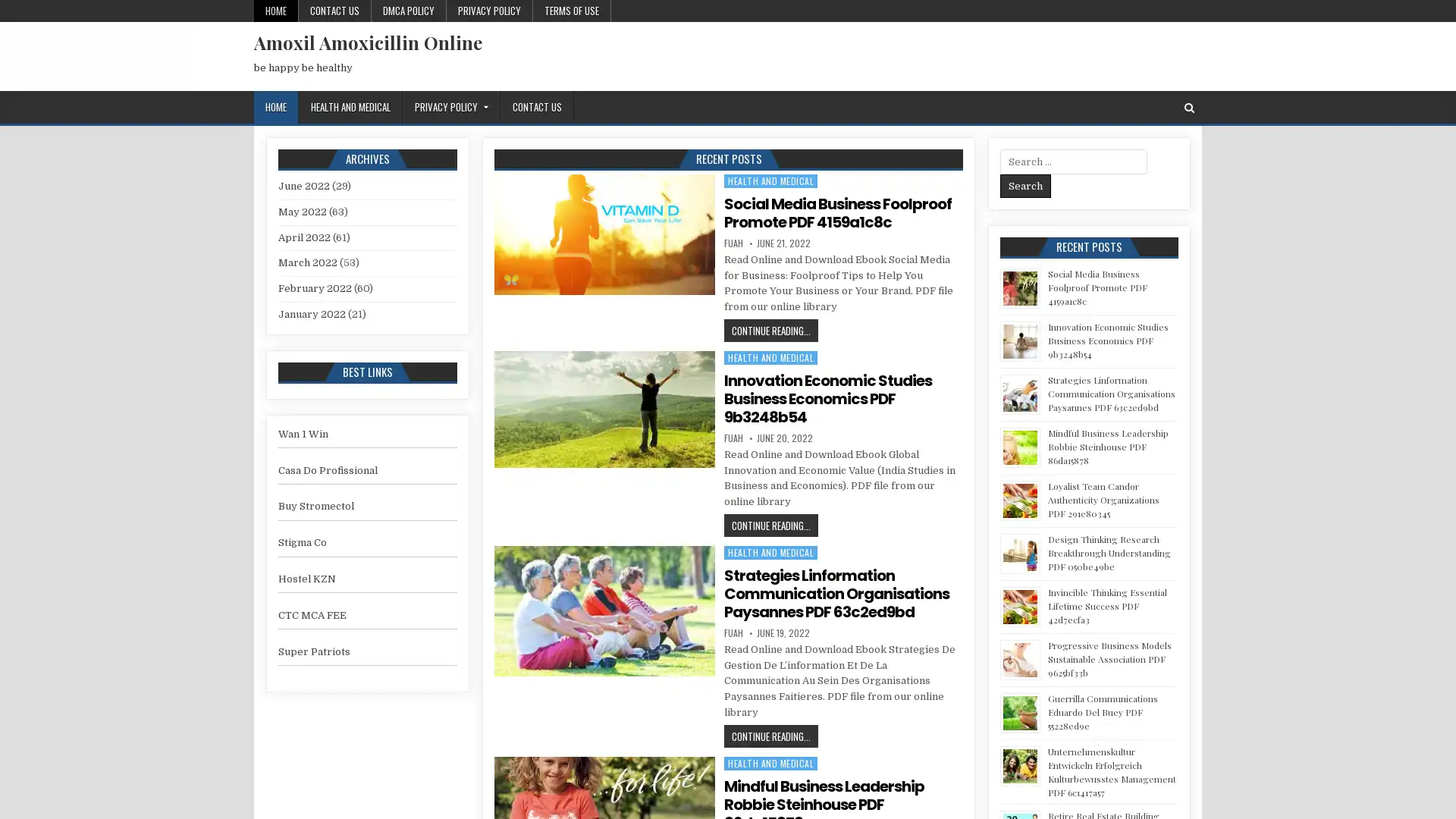 Image resolution: width=1456 pixels, height=819 pixels. Describe the element at coordinates (1025, 185) in the screenshot. I see `Search` at that location.